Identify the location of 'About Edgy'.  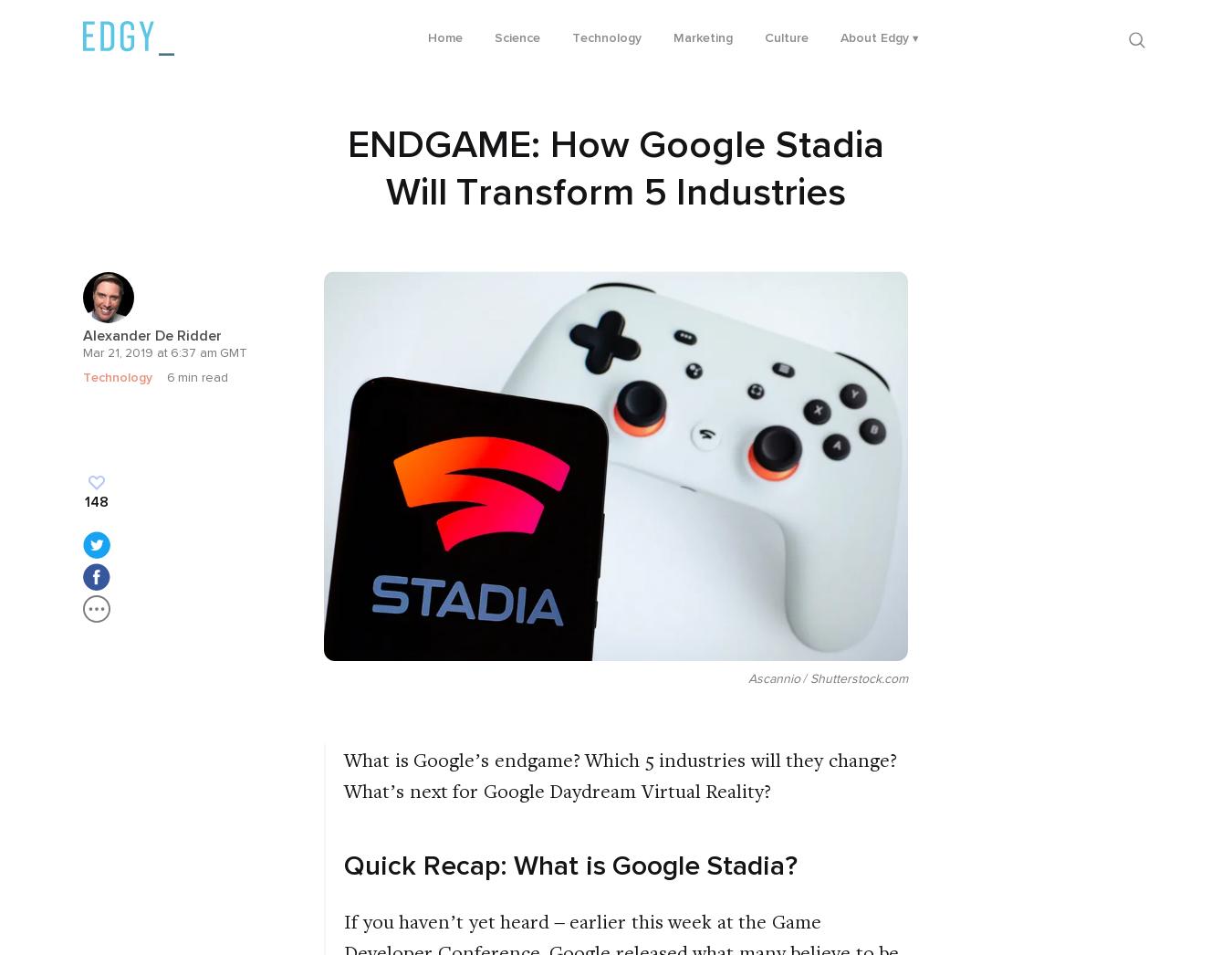
(872, 37).